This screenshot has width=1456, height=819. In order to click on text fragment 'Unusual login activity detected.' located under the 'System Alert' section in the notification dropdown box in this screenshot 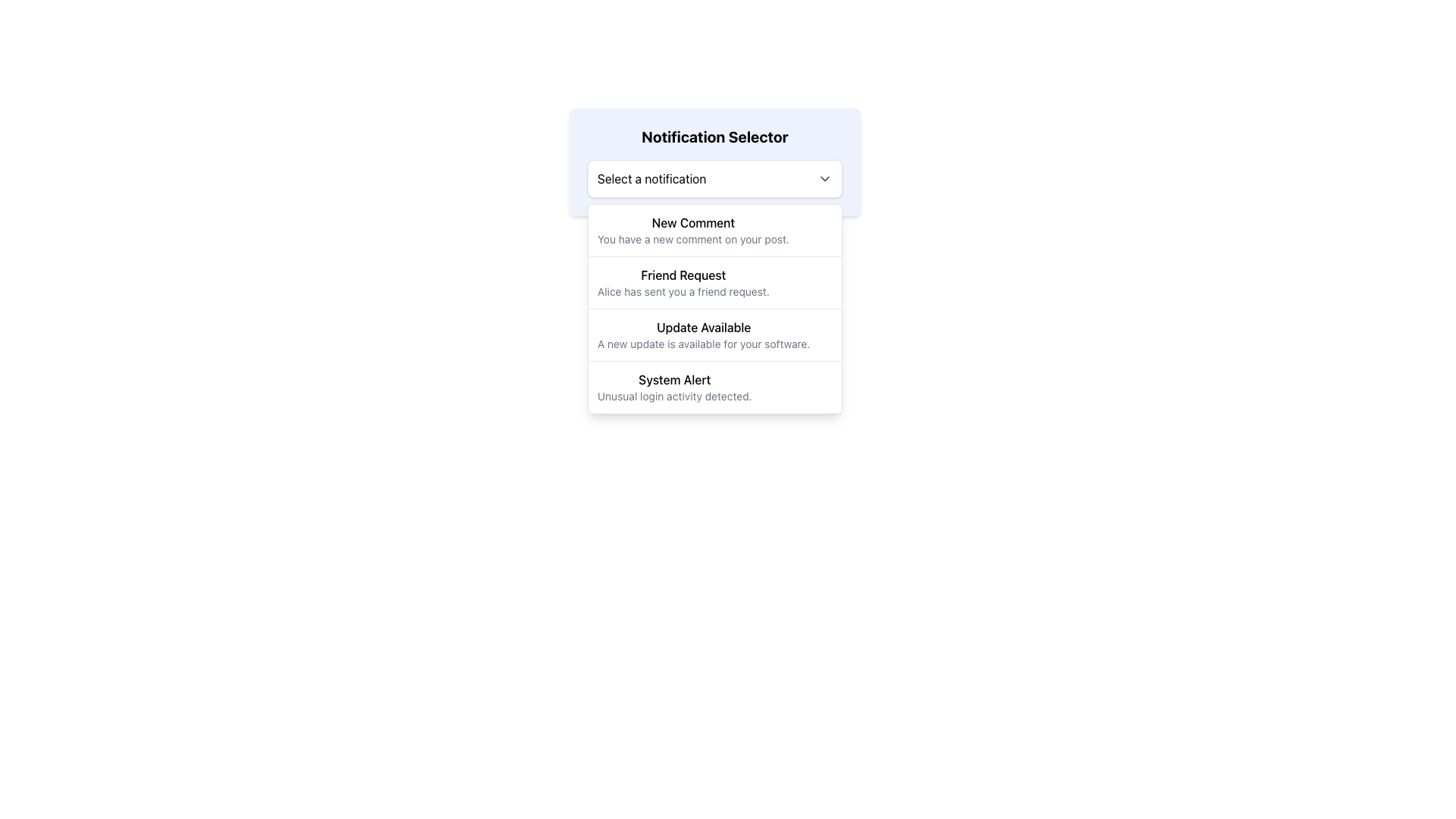, I will do `click(673, 396)`.